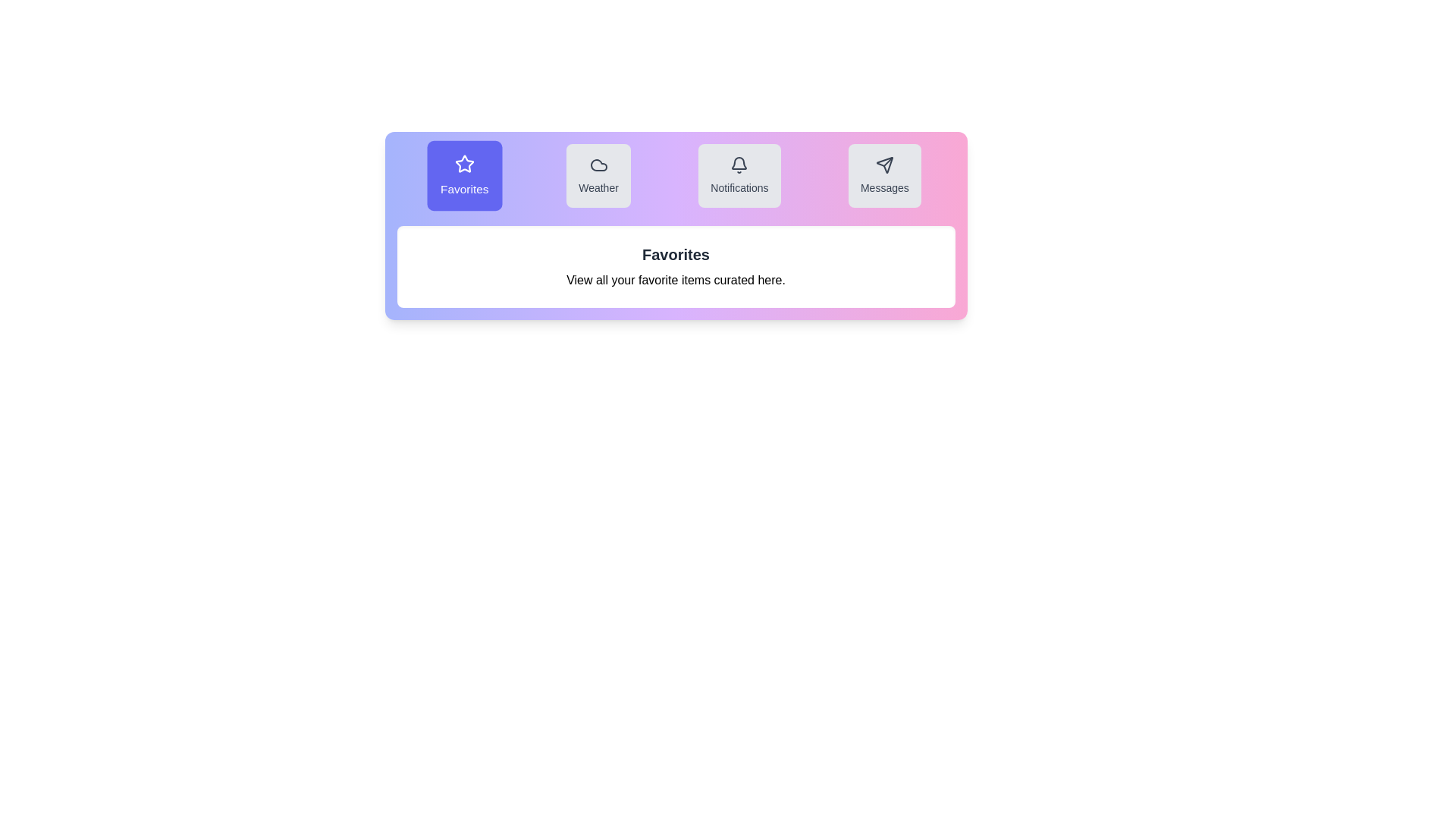  Describe the element at coordinates (598, 174) in the screenshot. I see `the tab labeled Weather to switch to its content view` at that location.